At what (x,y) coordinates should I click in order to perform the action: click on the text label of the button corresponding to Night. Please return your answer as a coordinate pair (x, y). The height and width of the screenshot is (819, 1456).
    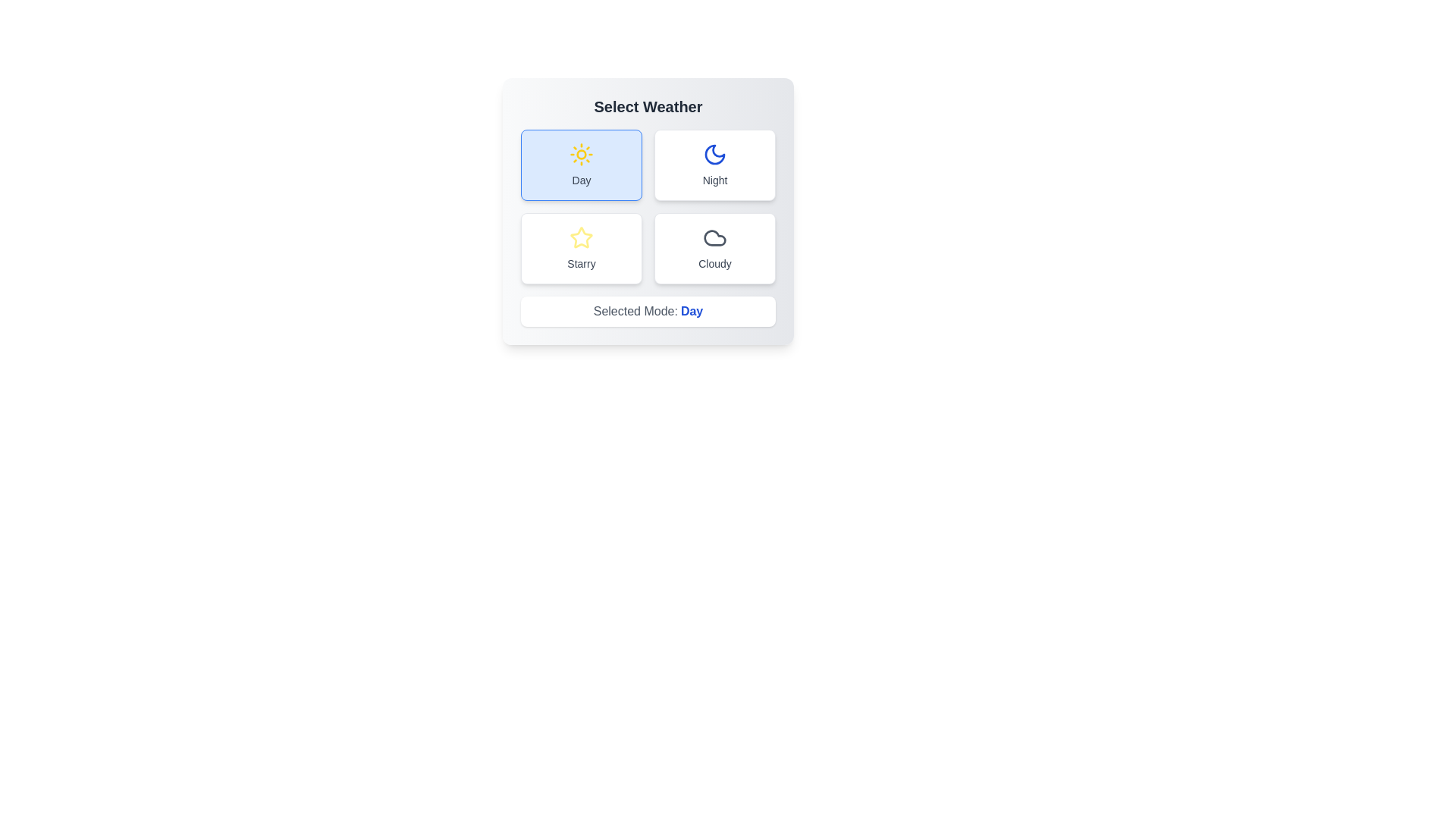
    Looking at the image, I should click on (714, 180).